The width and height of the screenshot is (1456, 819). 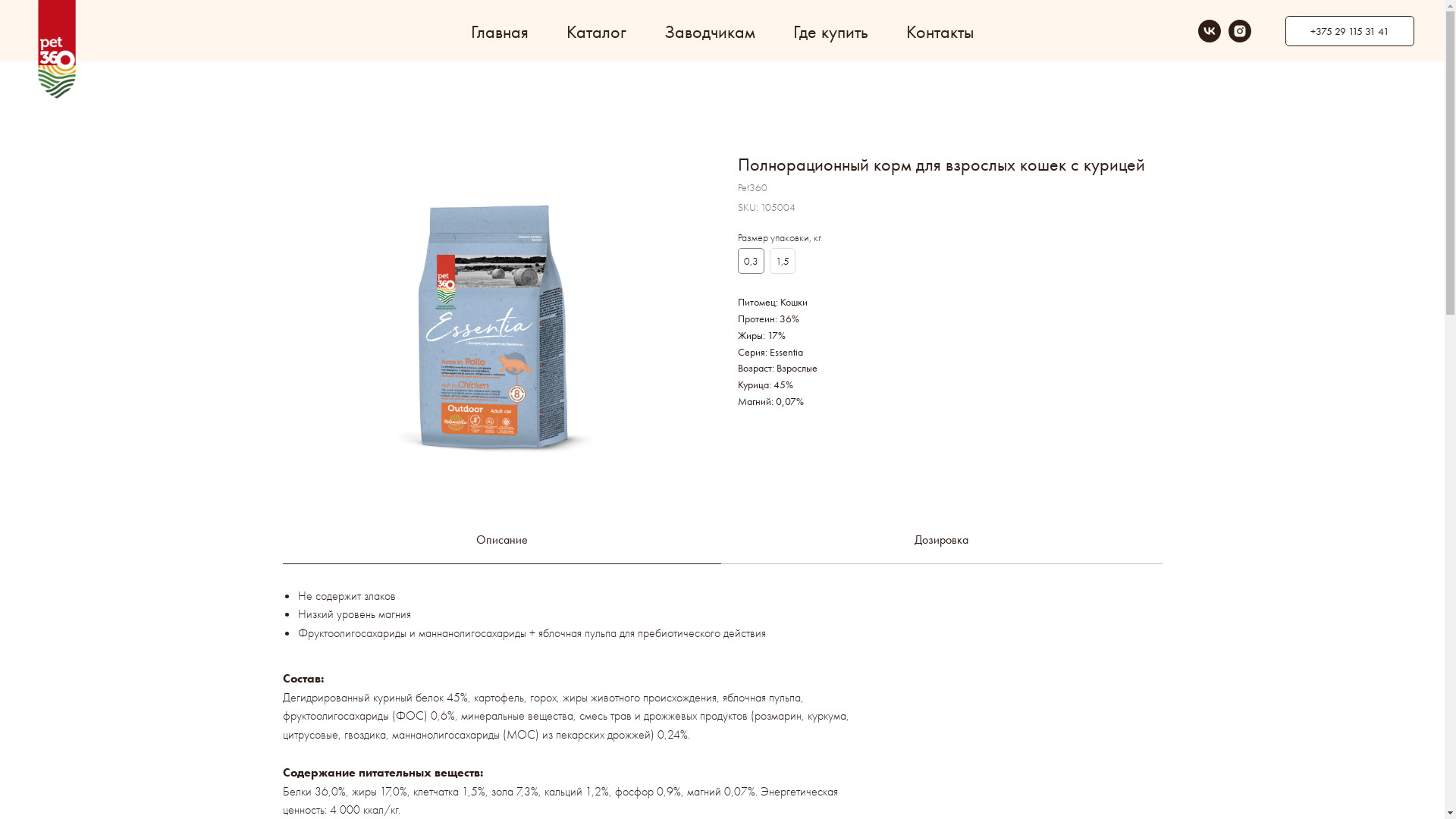 I want to click on '+375 29 115 31 41', so click(x=1350, y=31).